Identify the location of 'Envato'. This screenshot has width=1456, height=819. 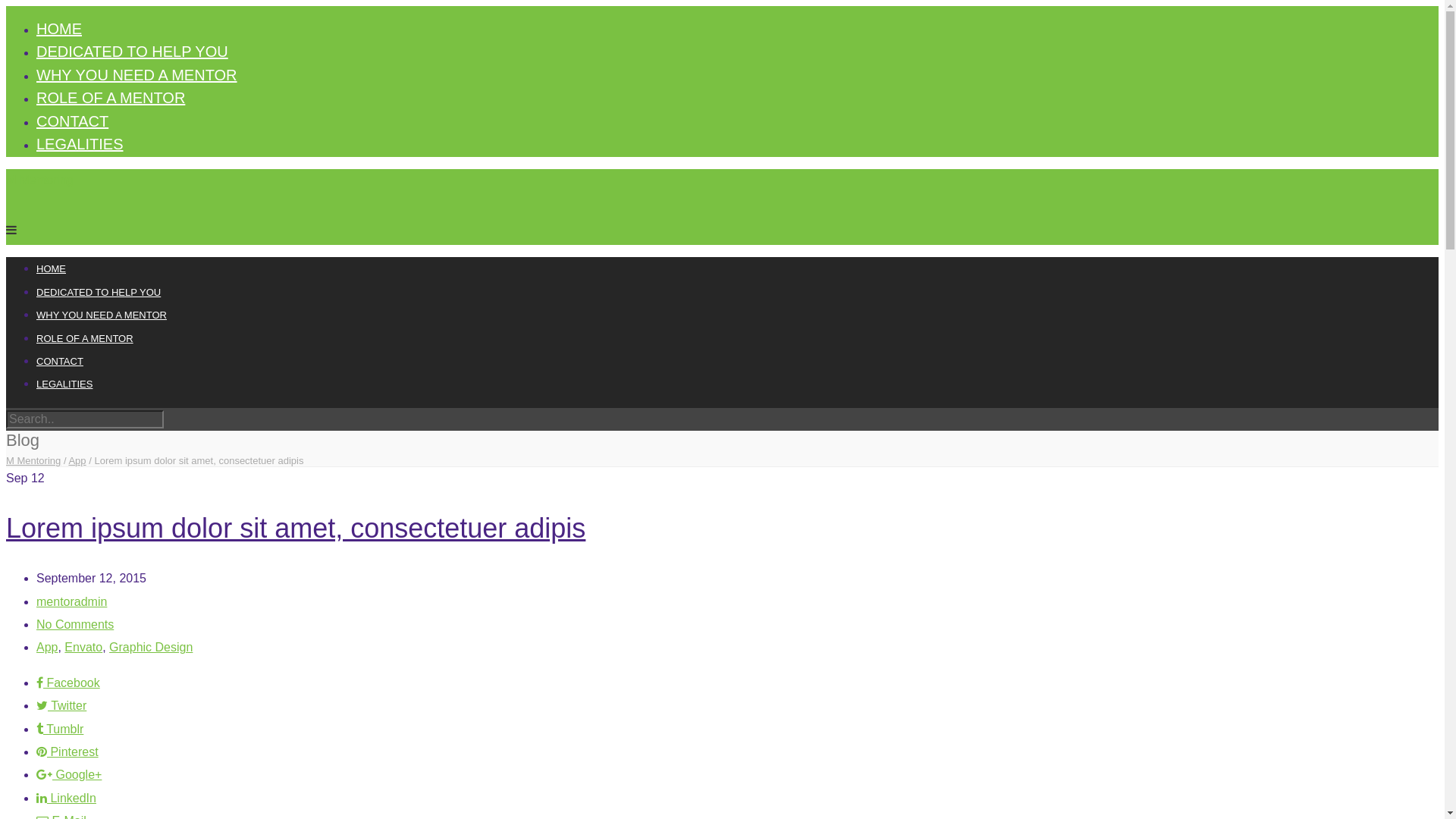
(83, 647).